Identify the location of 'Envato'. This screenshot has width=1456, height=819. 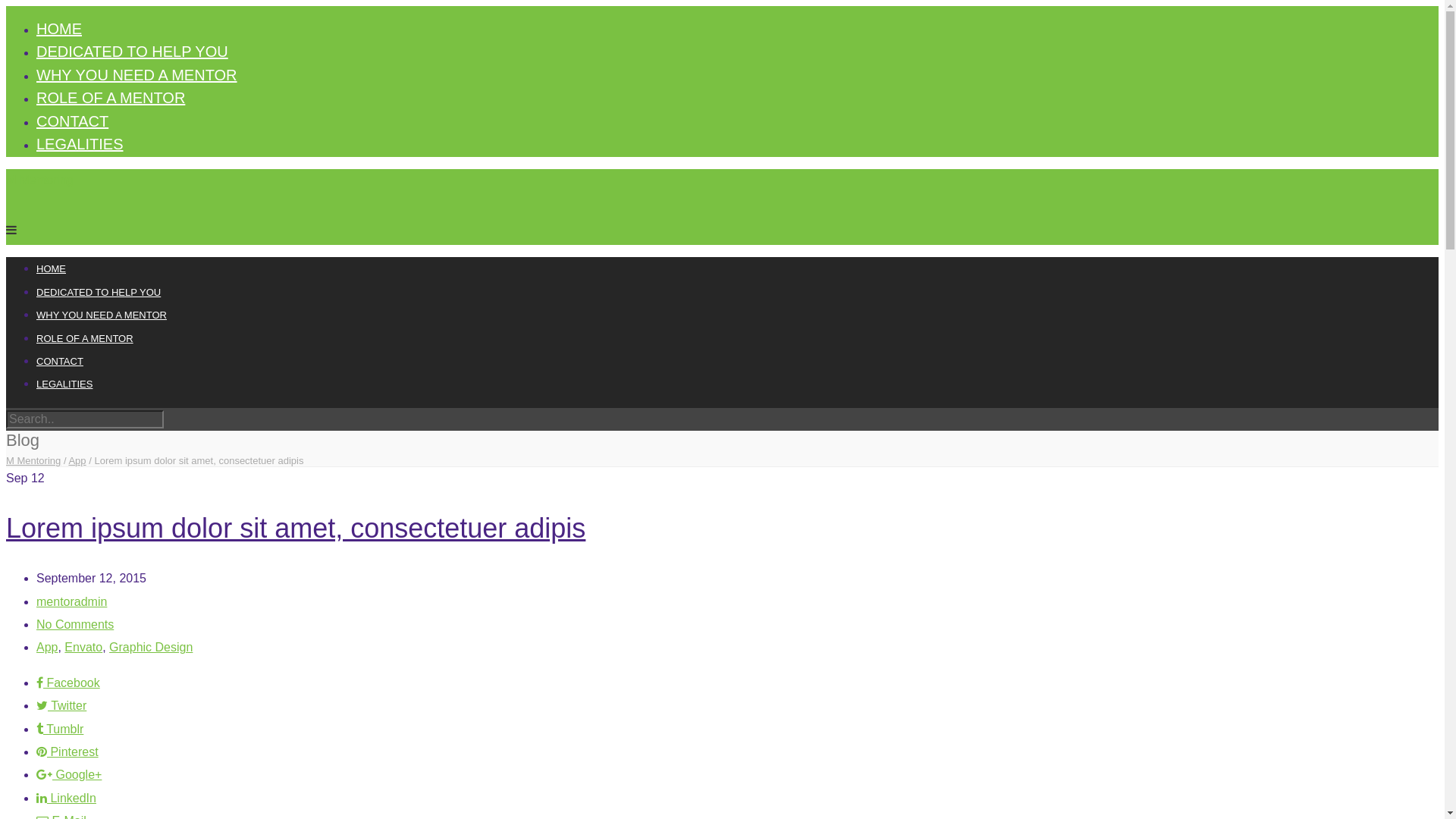
(83, 647).